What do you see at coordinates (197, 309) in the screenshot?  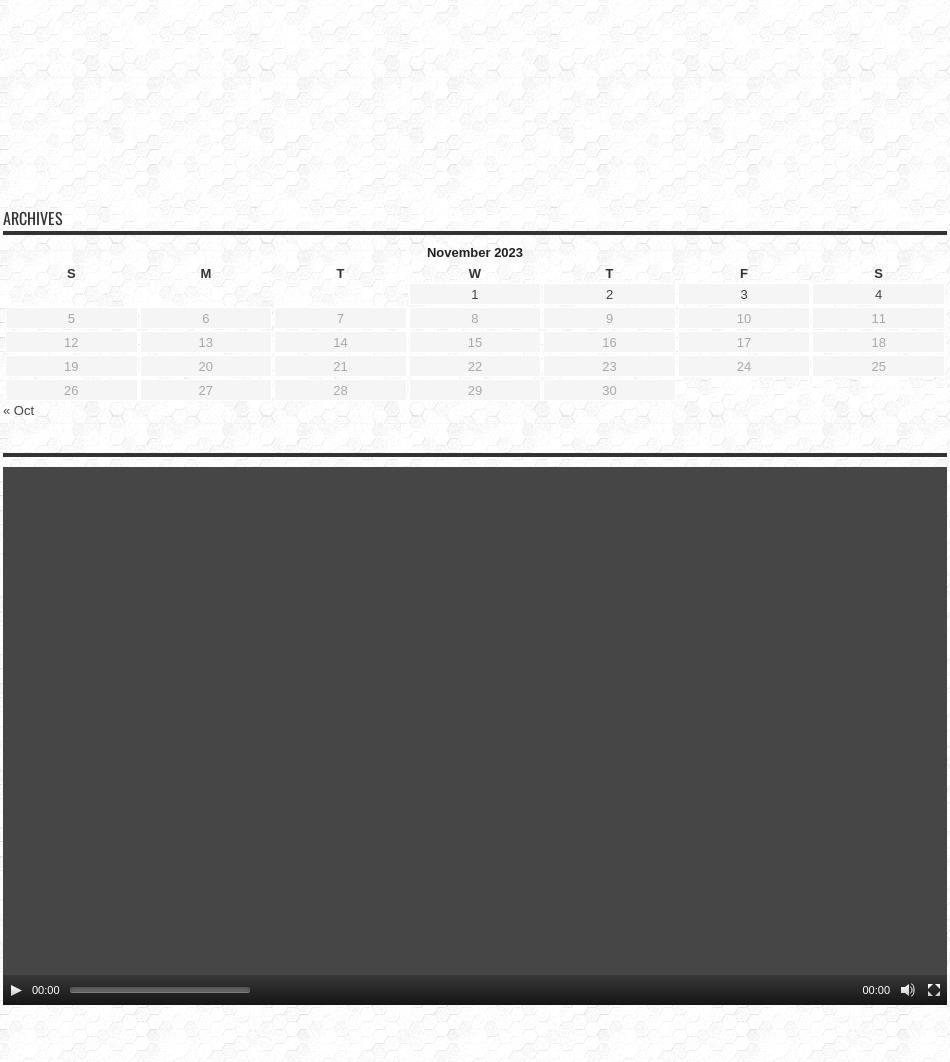 I see `'13'` at bounding box center [197, 309].